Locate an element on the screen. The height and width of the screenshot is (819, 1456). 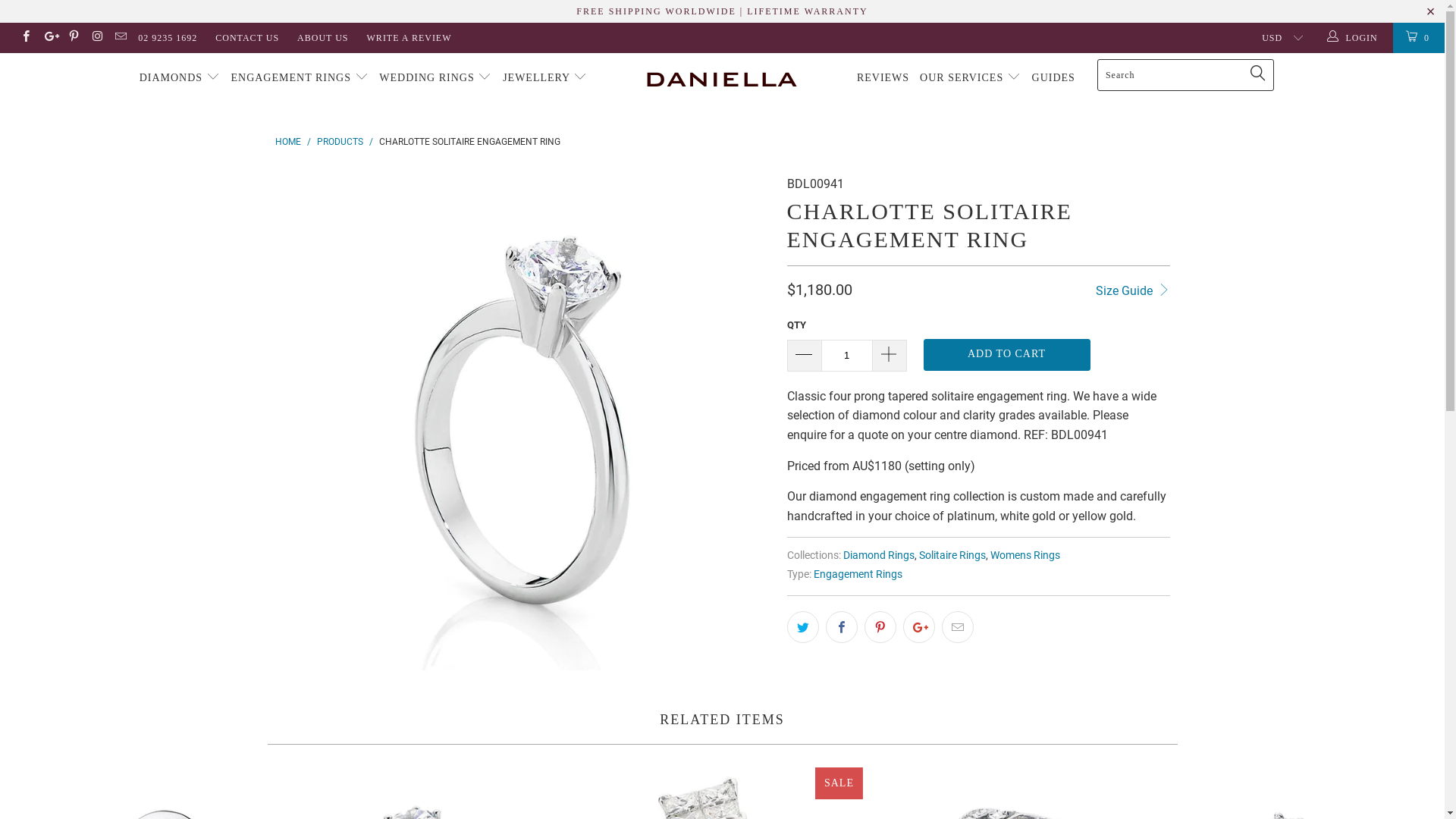
'ABOUT US' is located at coordinates (297, 37).